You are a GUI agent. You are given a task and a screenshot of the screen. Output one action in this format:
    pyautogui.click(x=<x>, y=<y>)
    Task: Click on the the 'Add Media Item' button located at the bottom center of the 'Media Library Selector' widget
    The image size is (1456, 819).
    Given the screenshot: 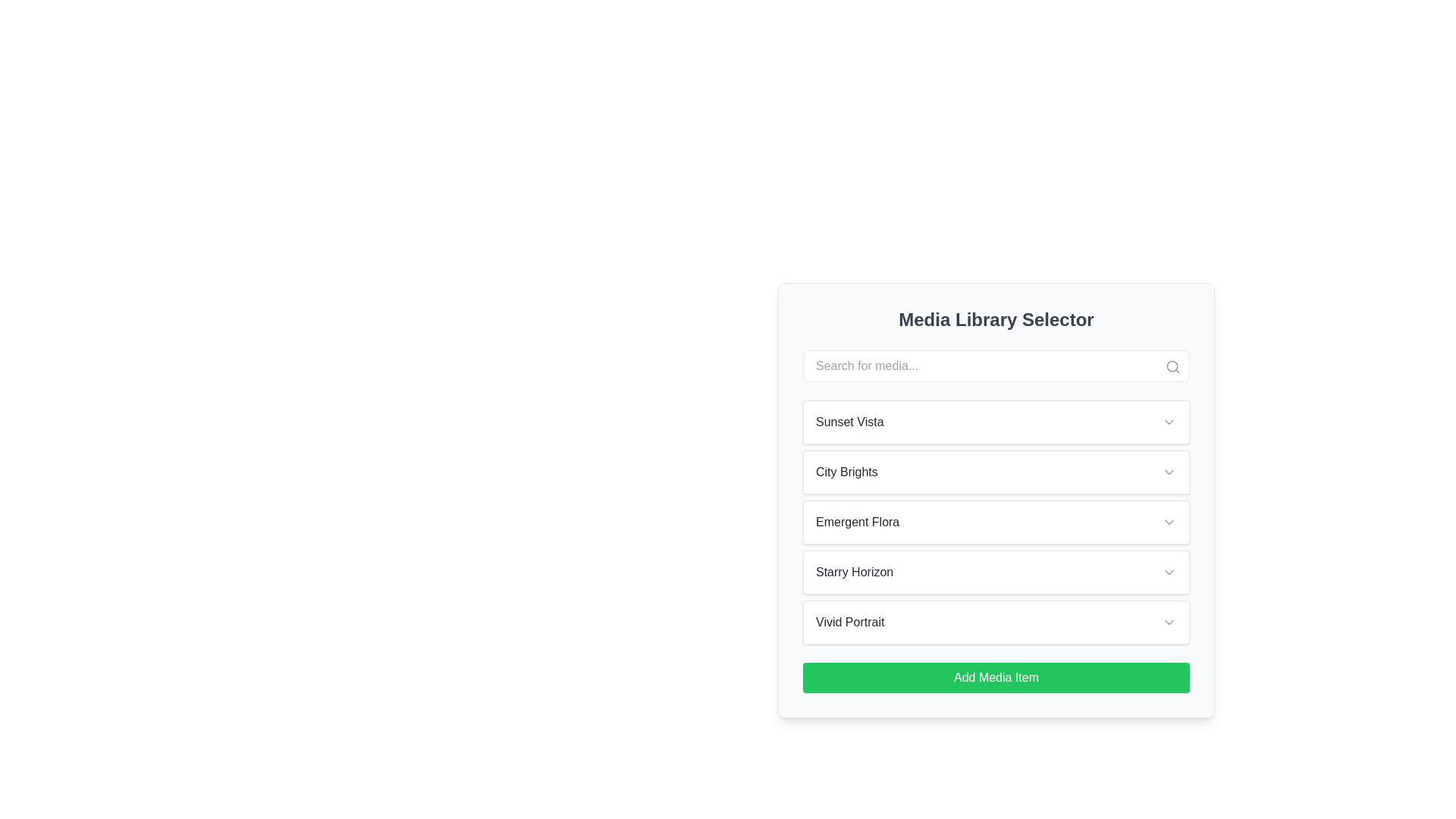 What is the action you would take?
    pyautogui.click(x=996, y=677)
    